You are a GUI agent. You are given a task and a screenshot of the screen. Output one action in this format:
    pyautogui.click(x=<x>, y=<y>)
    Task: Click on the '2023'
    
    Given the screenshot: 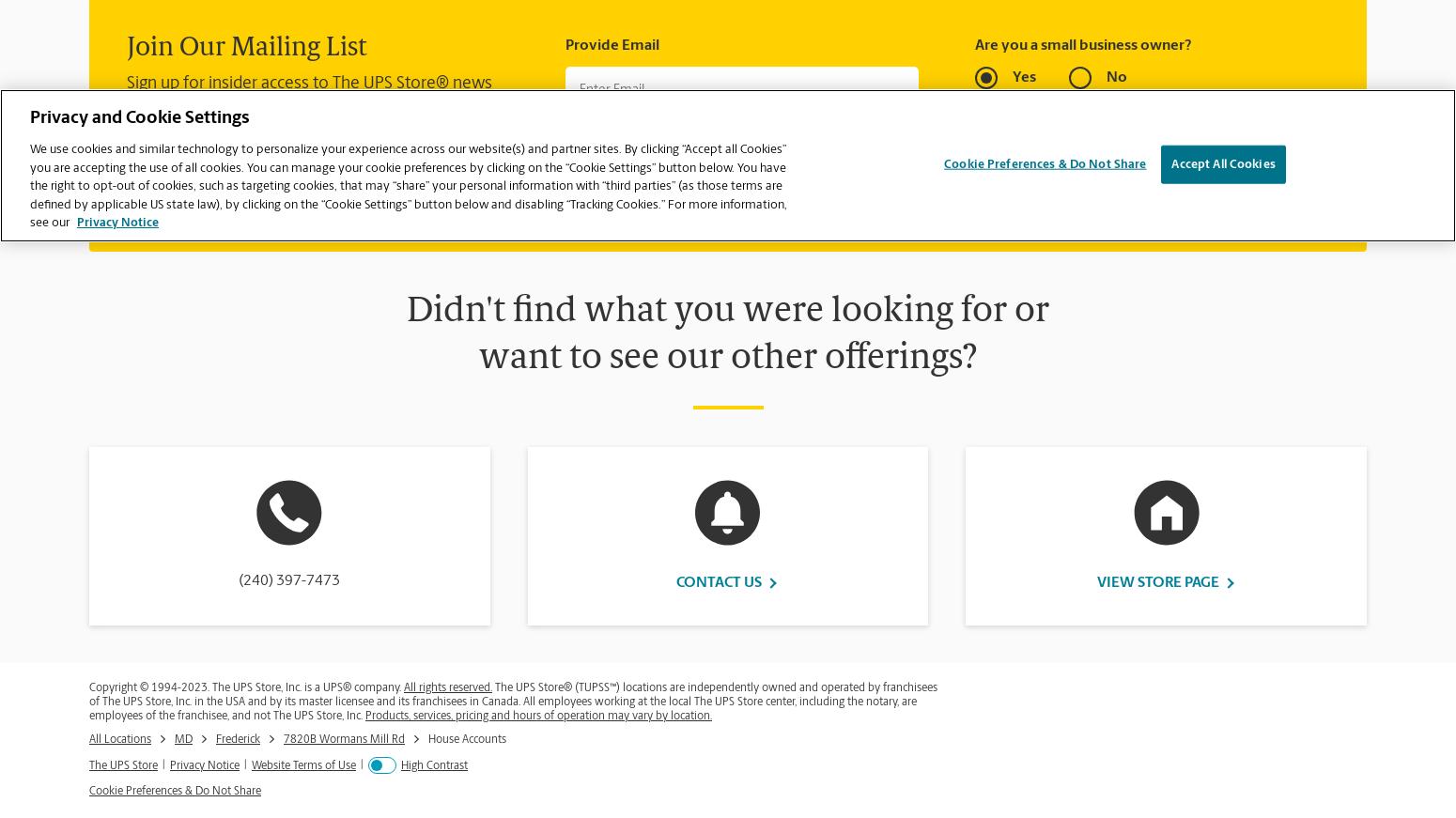 What is the action you would take?
    pyautogui.click(x=193, y=687)
    